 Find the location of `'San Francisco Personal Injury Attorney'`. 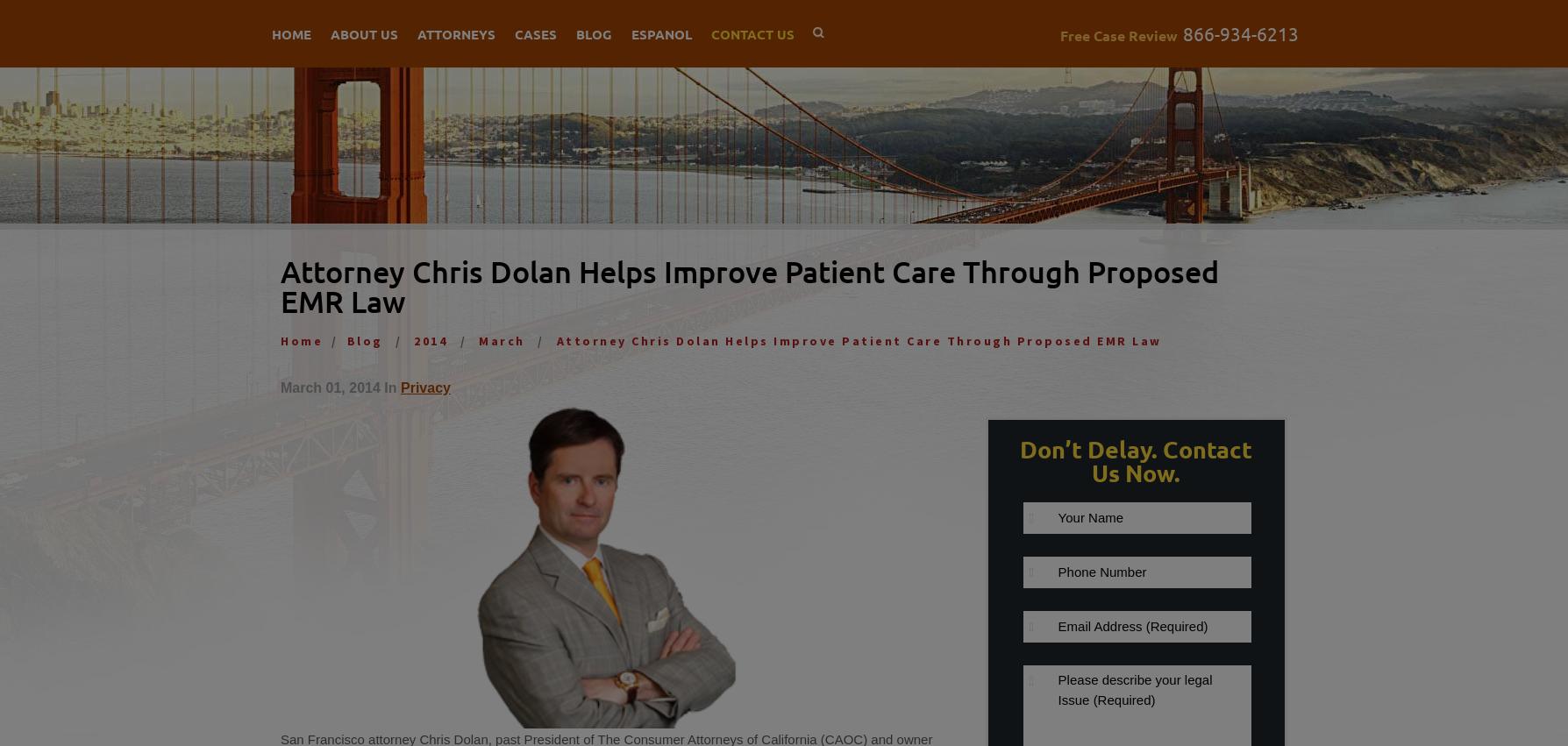

'San Francisco Personal Injury Attorney' is located at coordinates (663, 245).